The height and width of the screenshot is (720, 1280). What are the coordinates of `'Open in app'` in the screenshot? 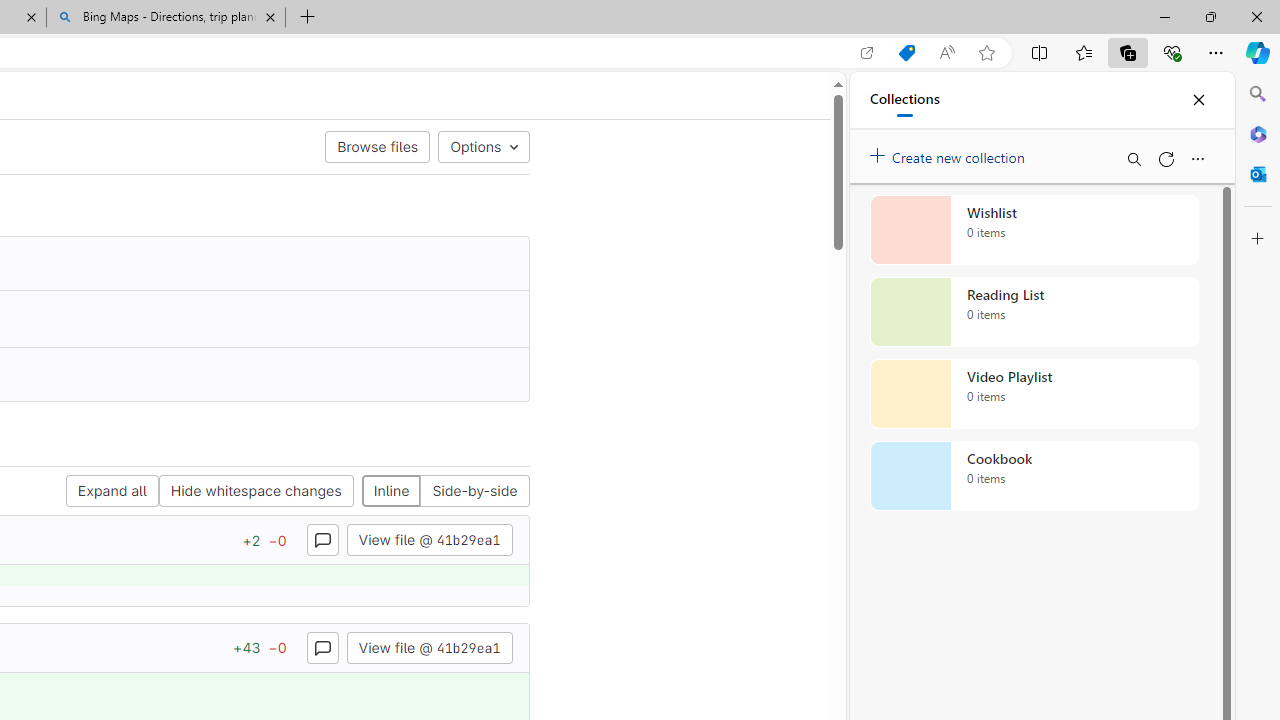 It's located at (867, 52).